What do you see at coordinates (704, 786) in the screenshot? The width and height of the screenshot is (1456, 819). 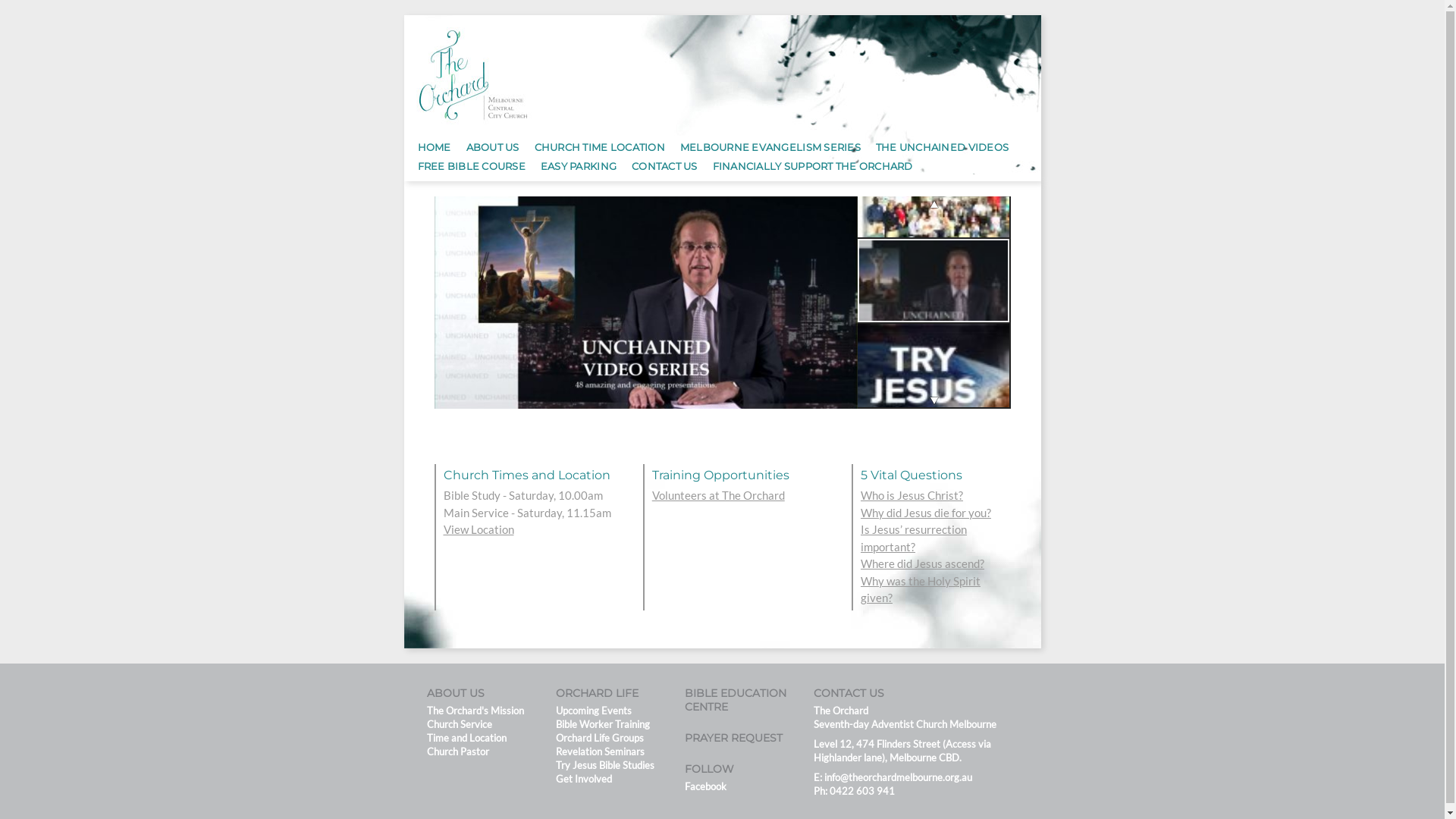 I see `'Facebook'` at bounding box center [704, 786].